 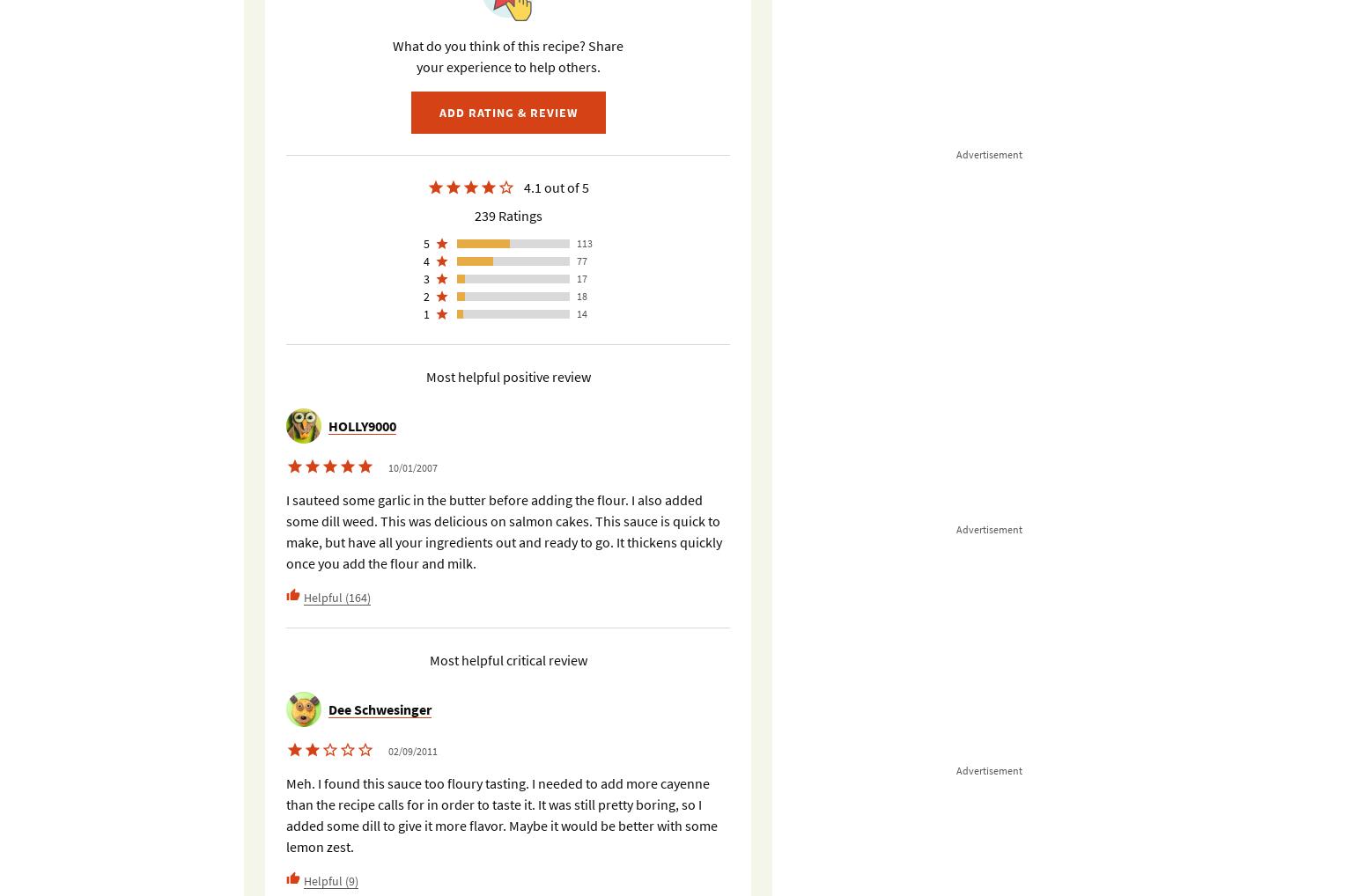 What do you see at coordinates (380, 709) in the screenshot?
I see `'Dee Schwesinger'` at bounding box center [380, 709].